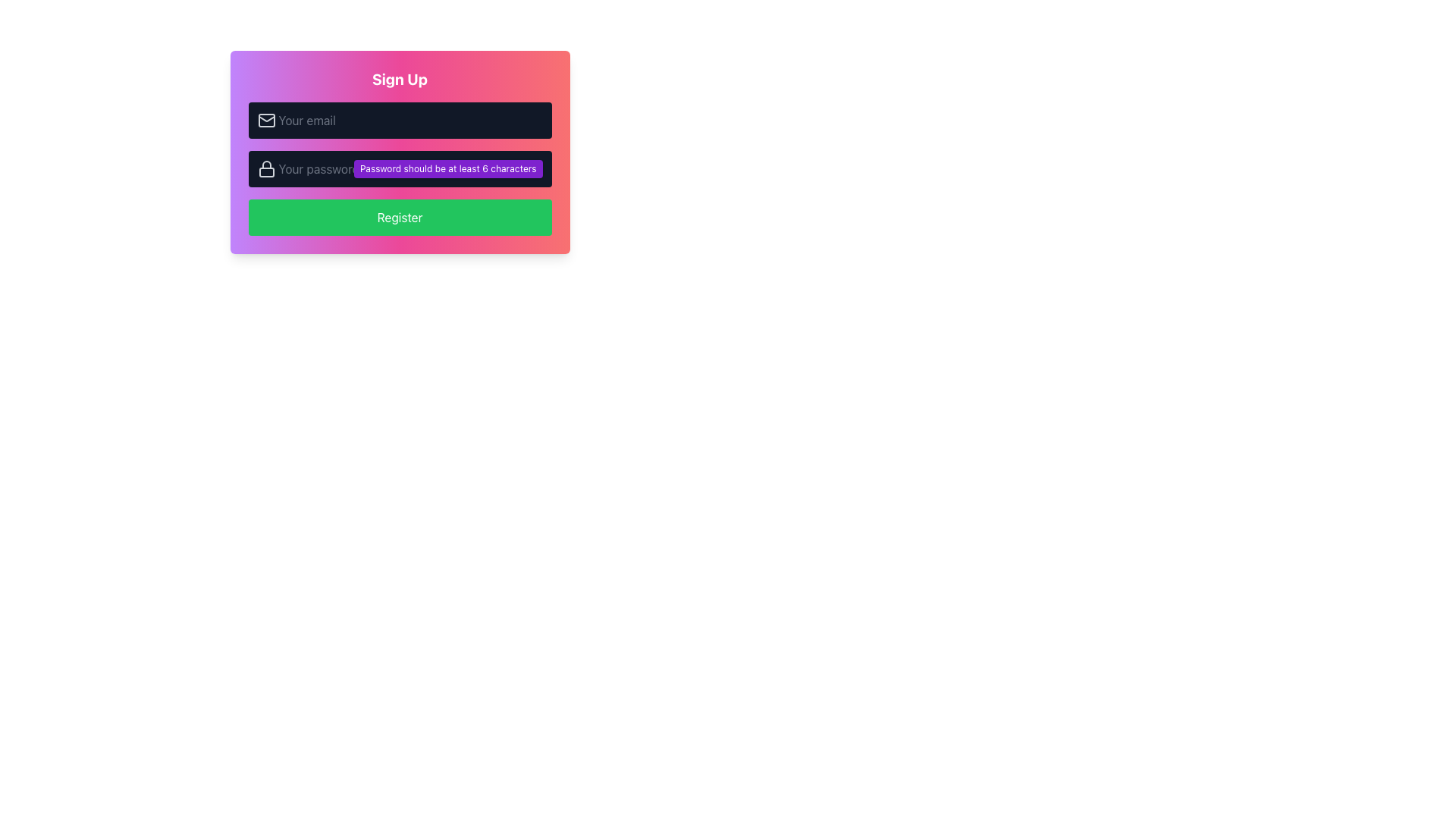 This screenshot has height=819, width=1456. I want to click on the heading text element displaying 'Sign Up', which is prominently styled with a bold and large font at the top of the interface section, so click(400, 79).